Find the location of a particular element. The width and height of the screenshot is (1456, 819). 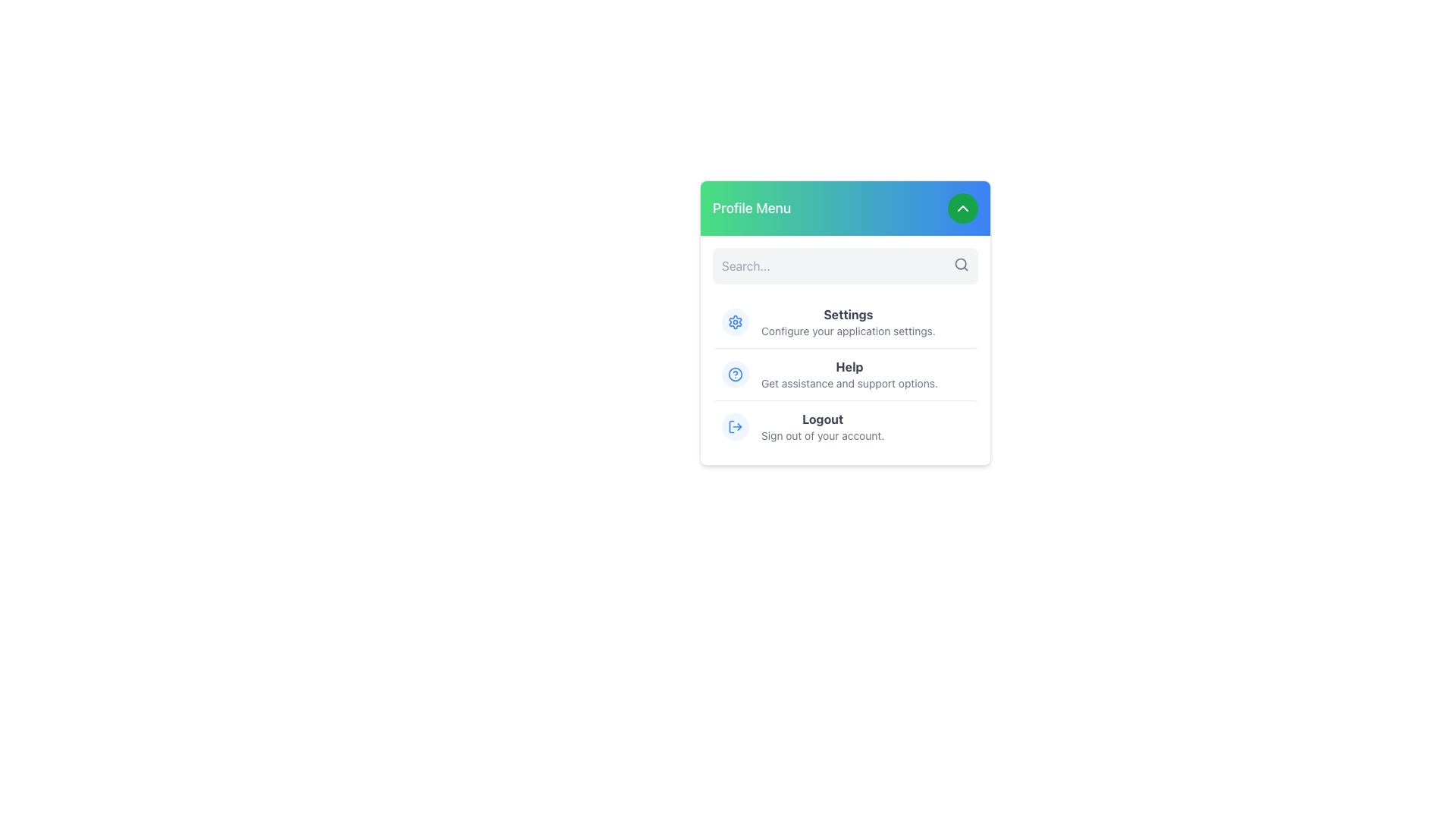

the circular blue-bordered icon with a question mark representing the 'Help' menu option, located to the left of the bolded text 'Help' is located at coordinates (735, 374).